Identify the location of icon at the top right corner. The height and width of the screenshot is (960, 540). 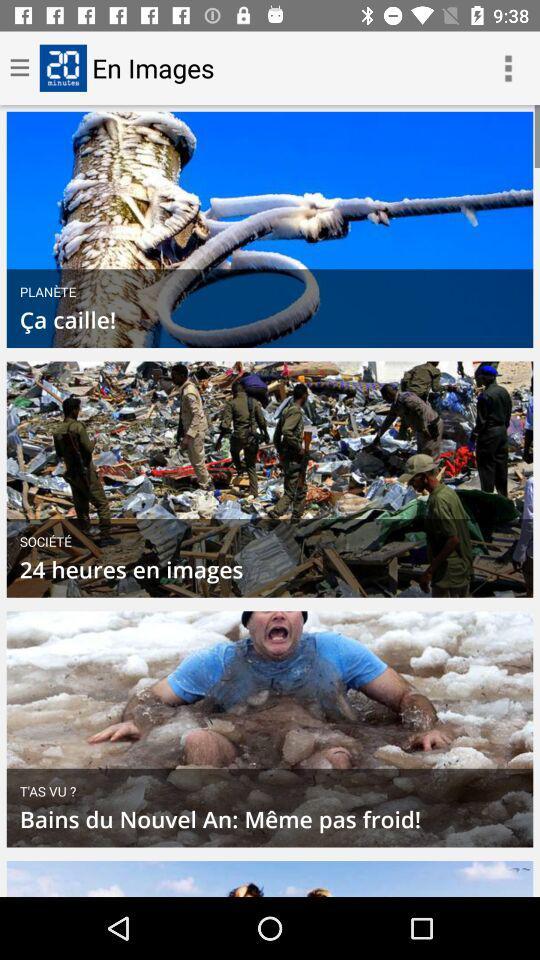
(508, 68).